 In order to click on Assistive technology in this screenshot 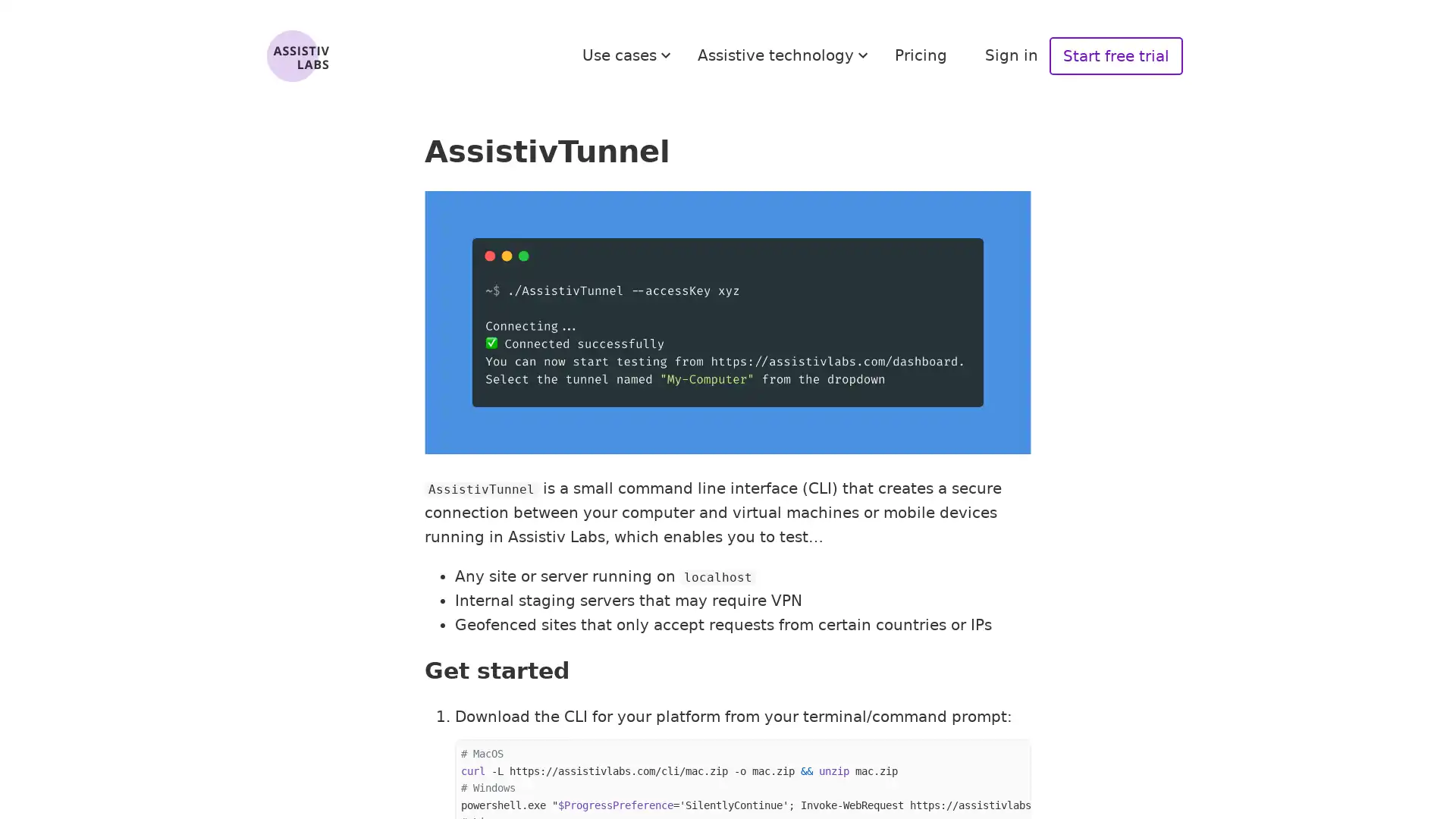, I will do `click(785, 55)`.